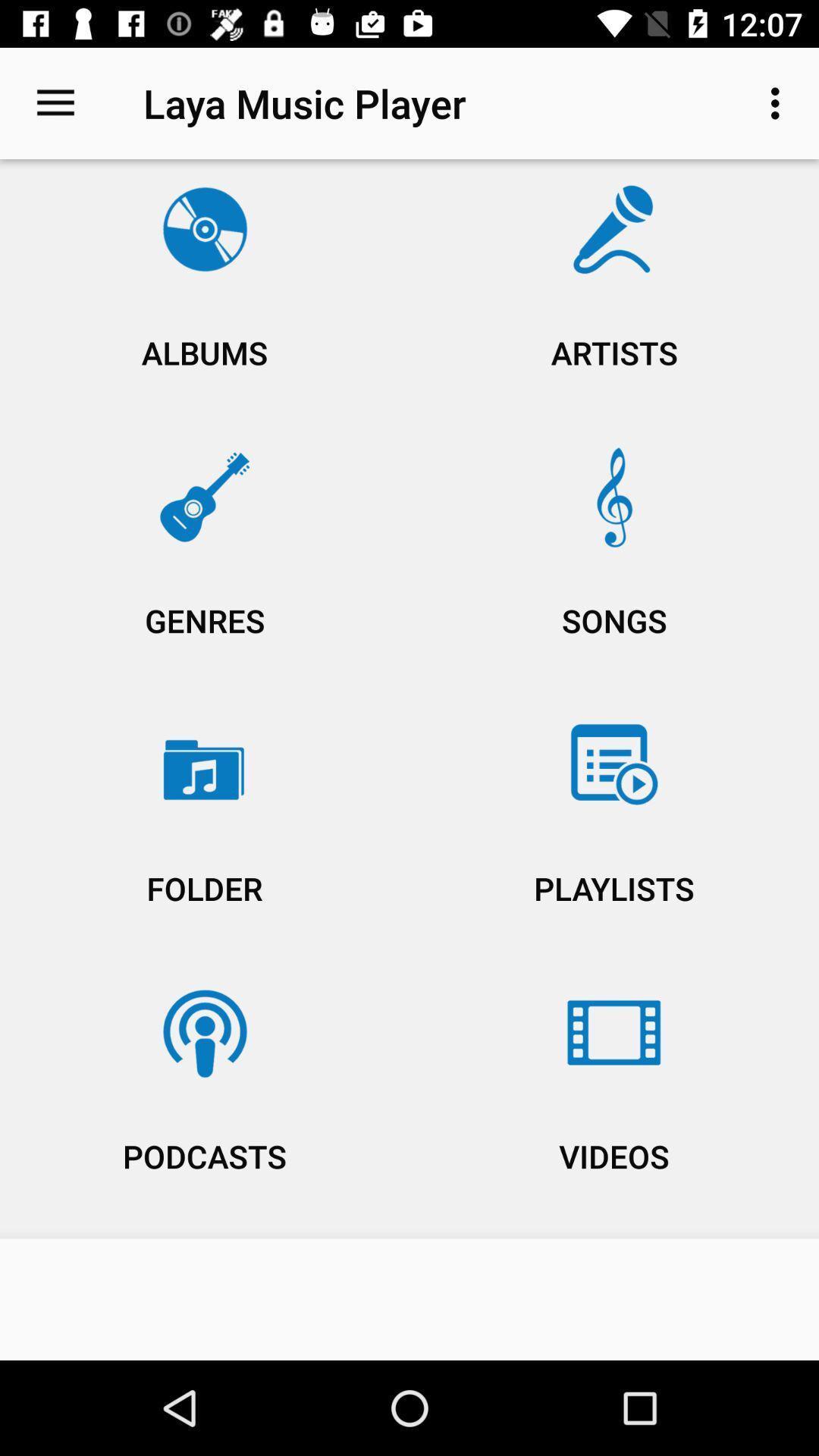 Image resolution: width=819 pixels, height=1456 pixels. What do you see at coordinates (205, 564) in the screenshot?
I see `genres item` at bounding box center [205, 564].